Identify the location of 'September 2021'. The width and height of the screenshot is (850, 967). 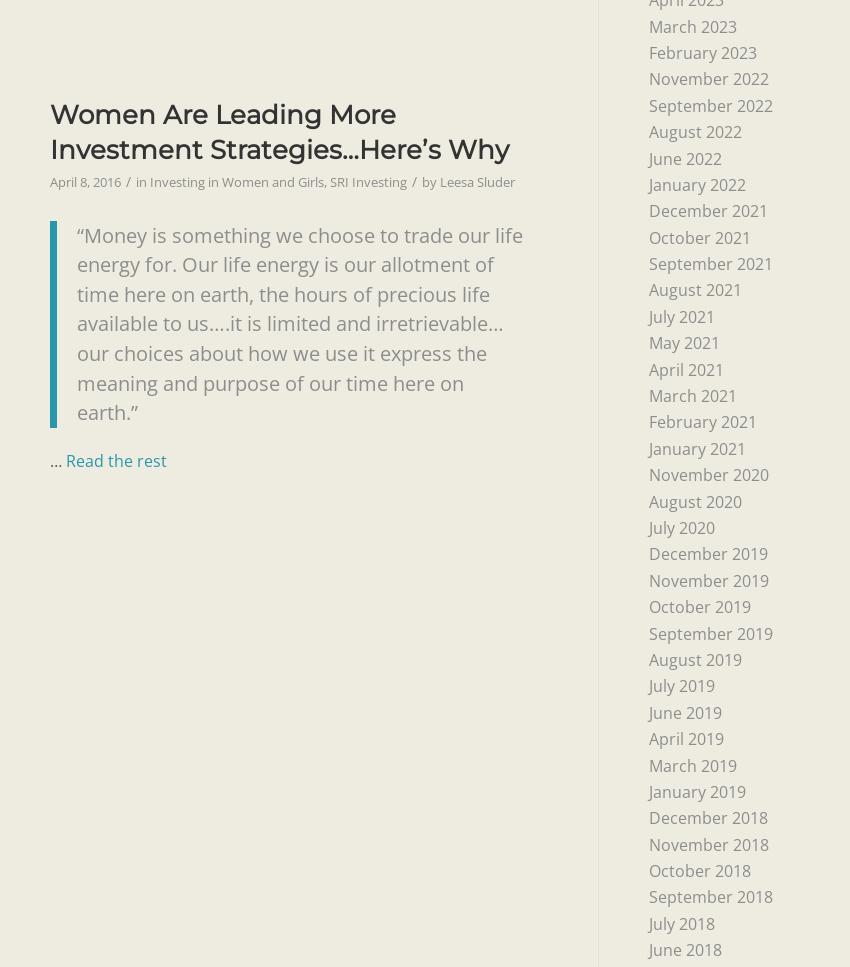
(709, 262).